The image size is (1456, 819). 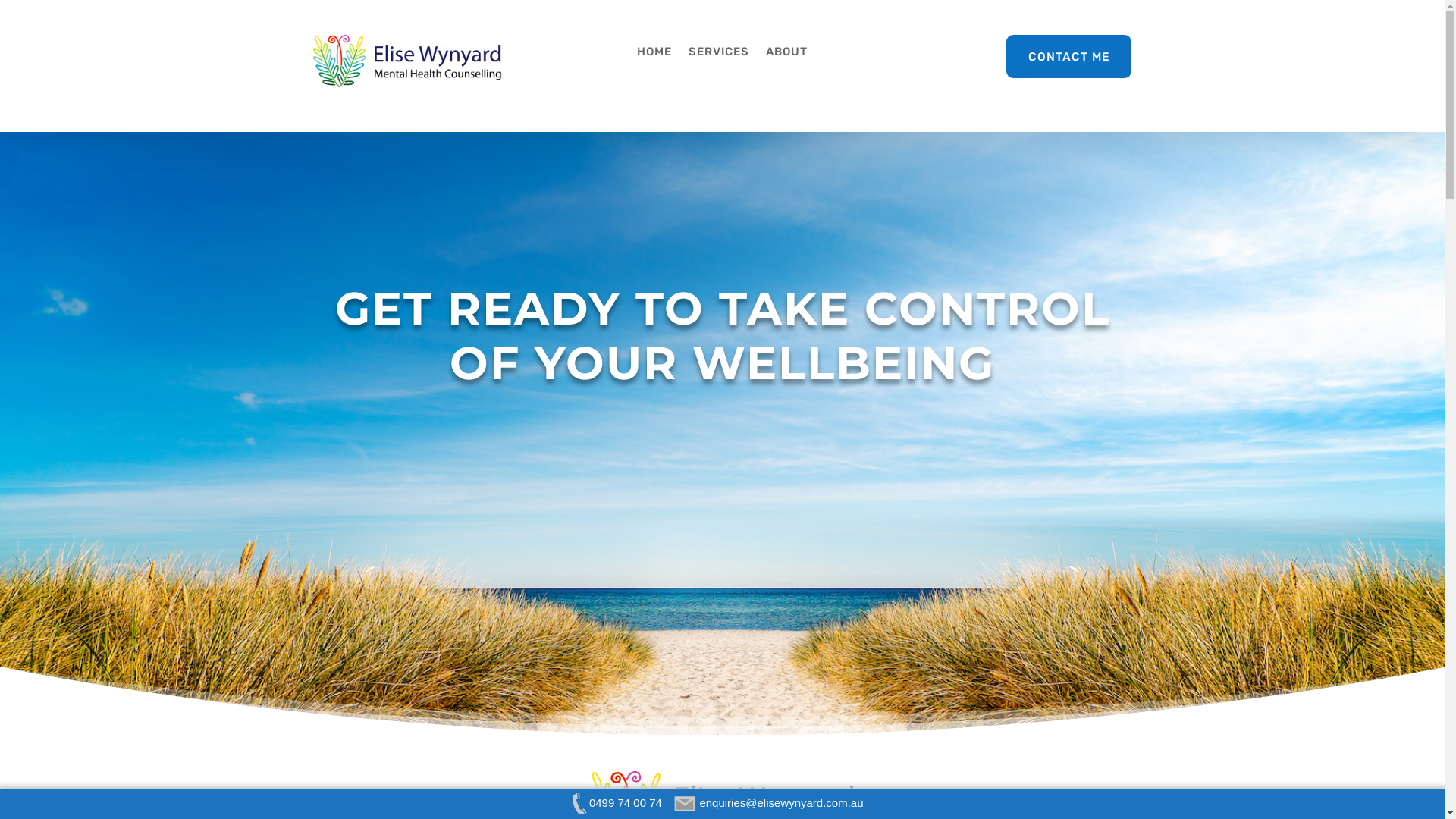 I want to click on 'CONTACT ME', so click(x=1068, y=55).